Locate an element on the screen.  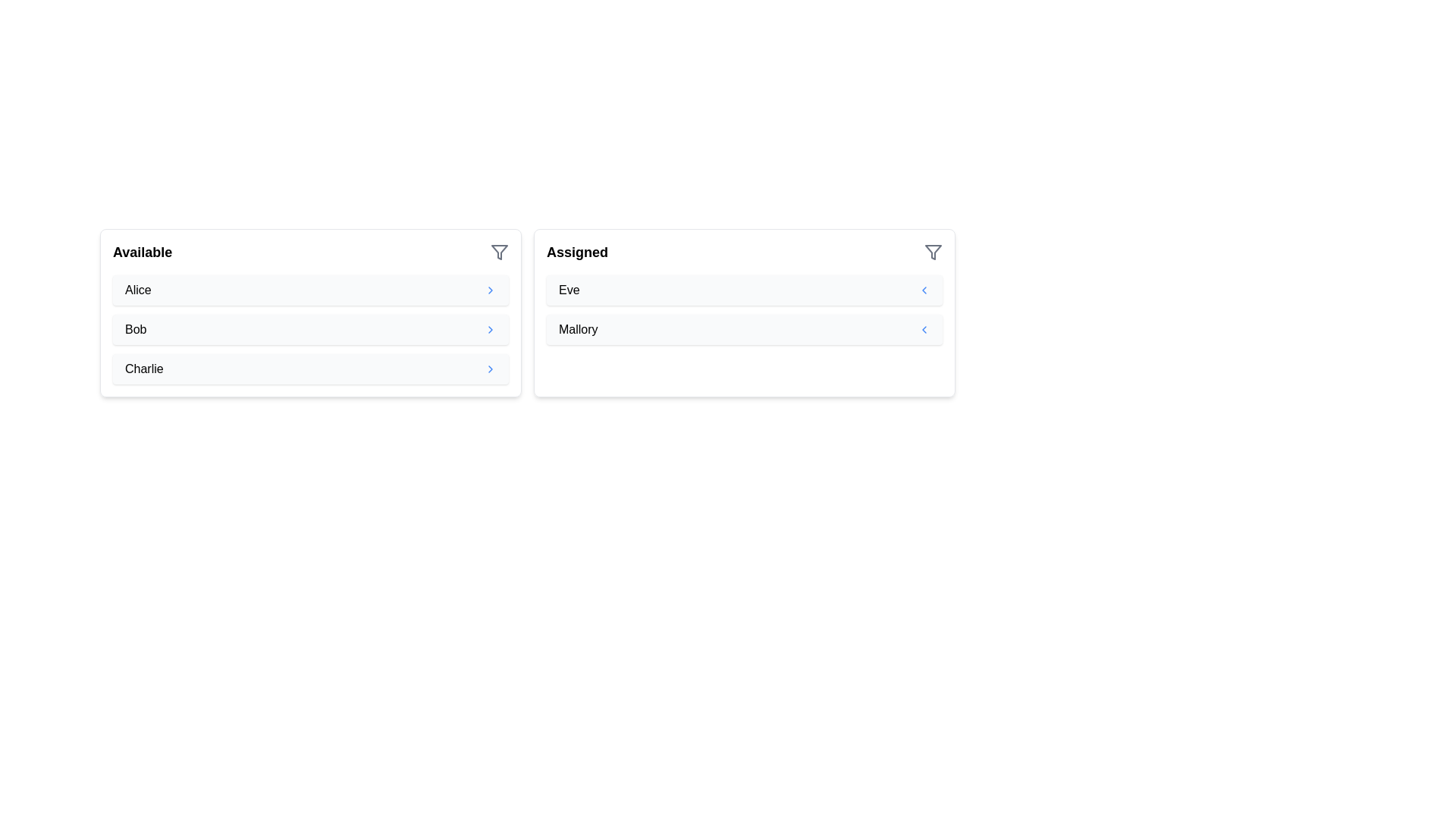
the filter icon for the 'Available' list to open the filter menu is located at coordinates (499, 251).